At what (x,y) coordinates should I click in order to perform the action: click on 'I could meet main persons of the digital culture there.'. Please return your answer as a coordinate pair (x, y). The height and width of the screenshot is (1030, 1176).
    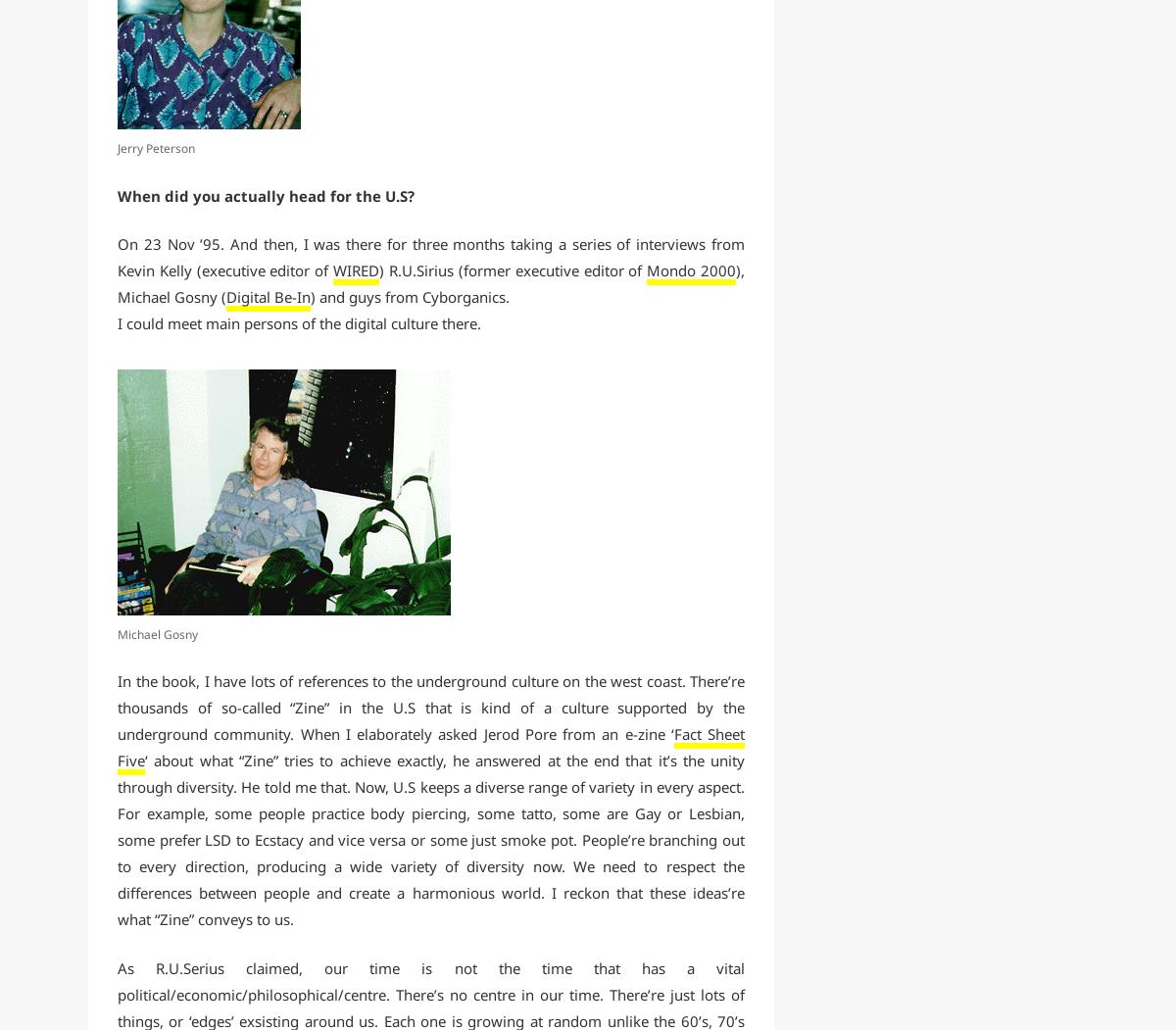
    Looking at the image, I should click on (299, 323).